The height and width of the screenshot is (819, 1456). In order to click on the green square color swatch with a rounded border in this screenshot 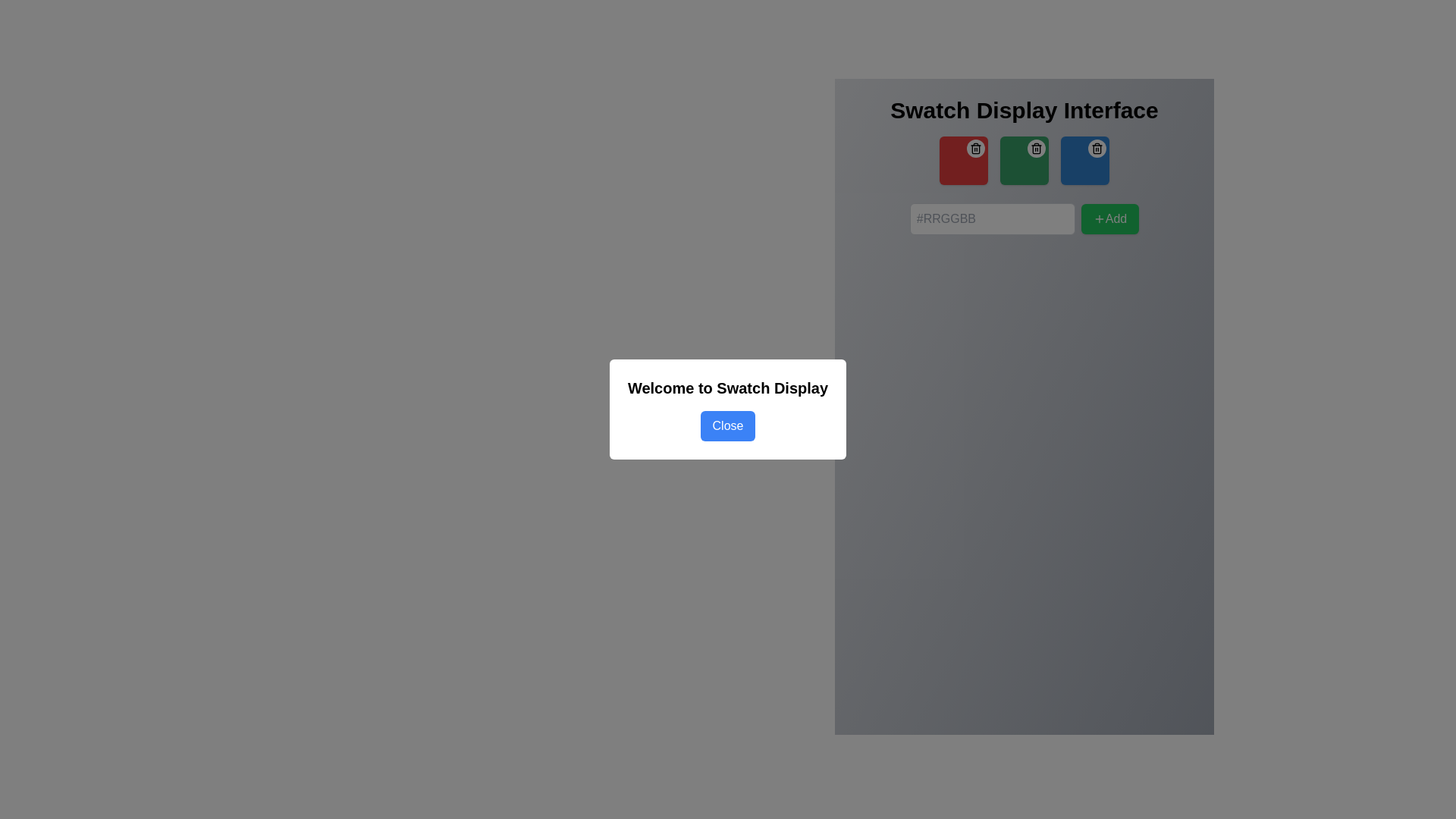, I will do `click(1024, 161)`.